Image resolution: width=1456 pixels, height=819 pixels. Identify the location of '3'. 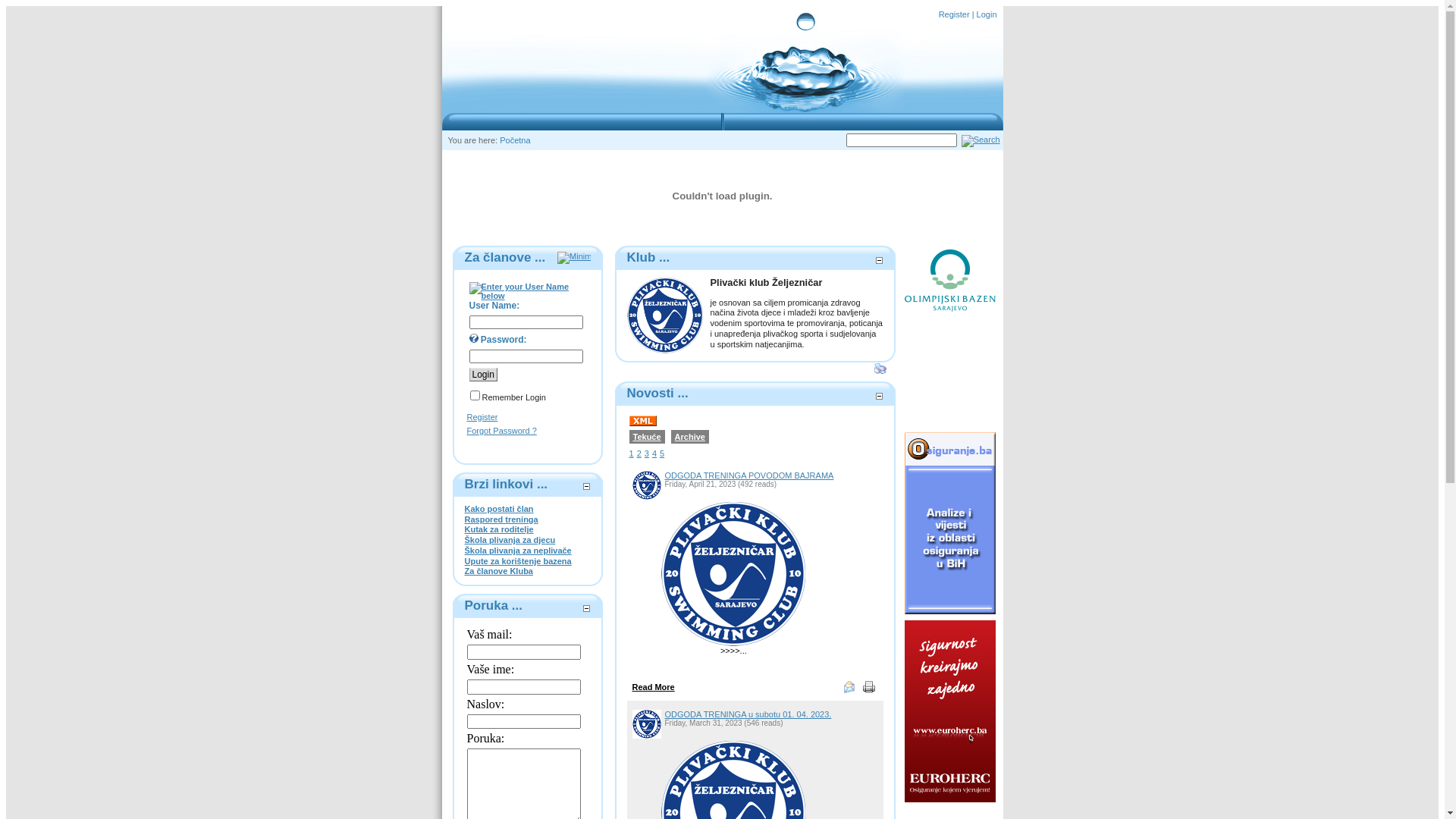
(647, 452).